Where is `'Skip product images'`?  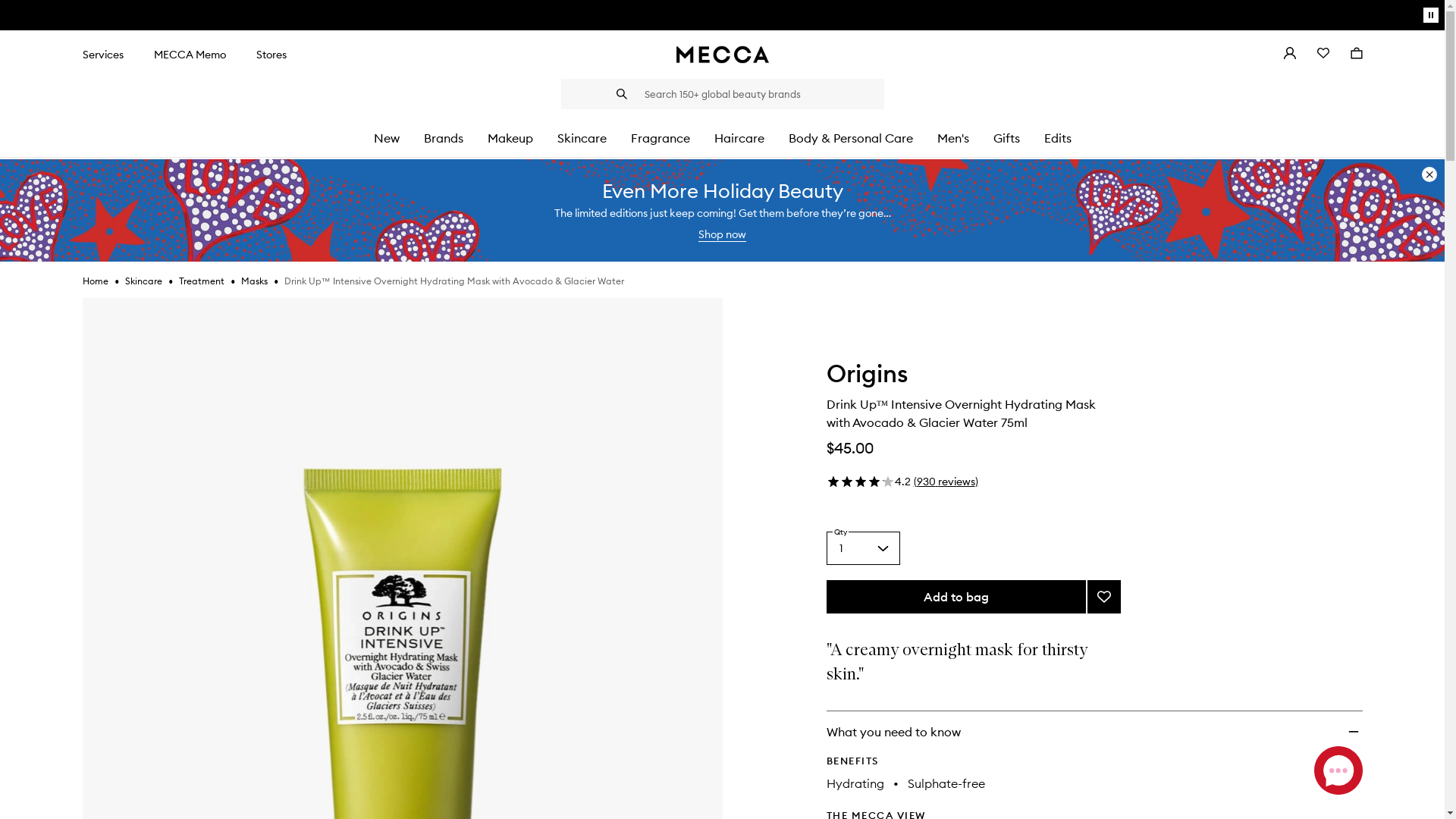
'Skip product images' is located at coordinates (81, 297).